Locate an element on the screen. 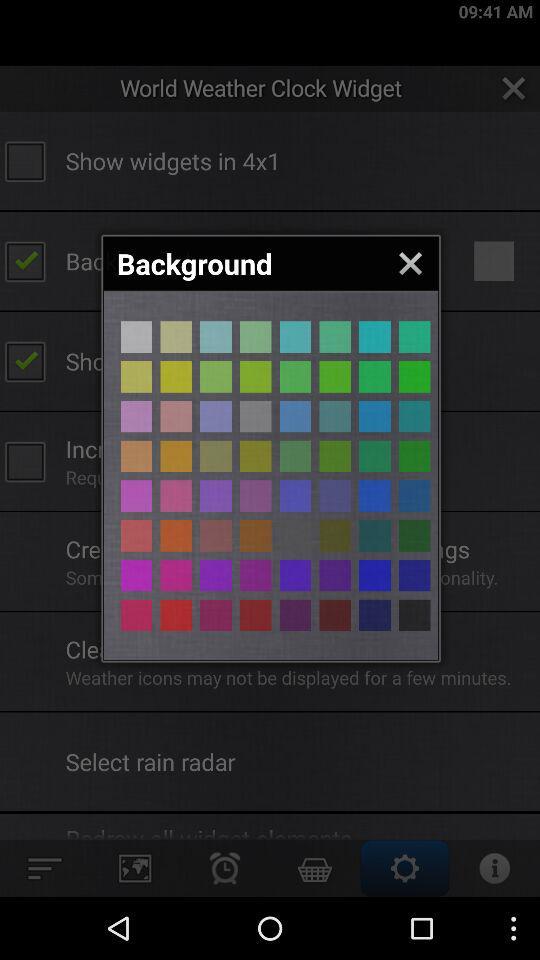  color select is located at coordinates (135, 575).